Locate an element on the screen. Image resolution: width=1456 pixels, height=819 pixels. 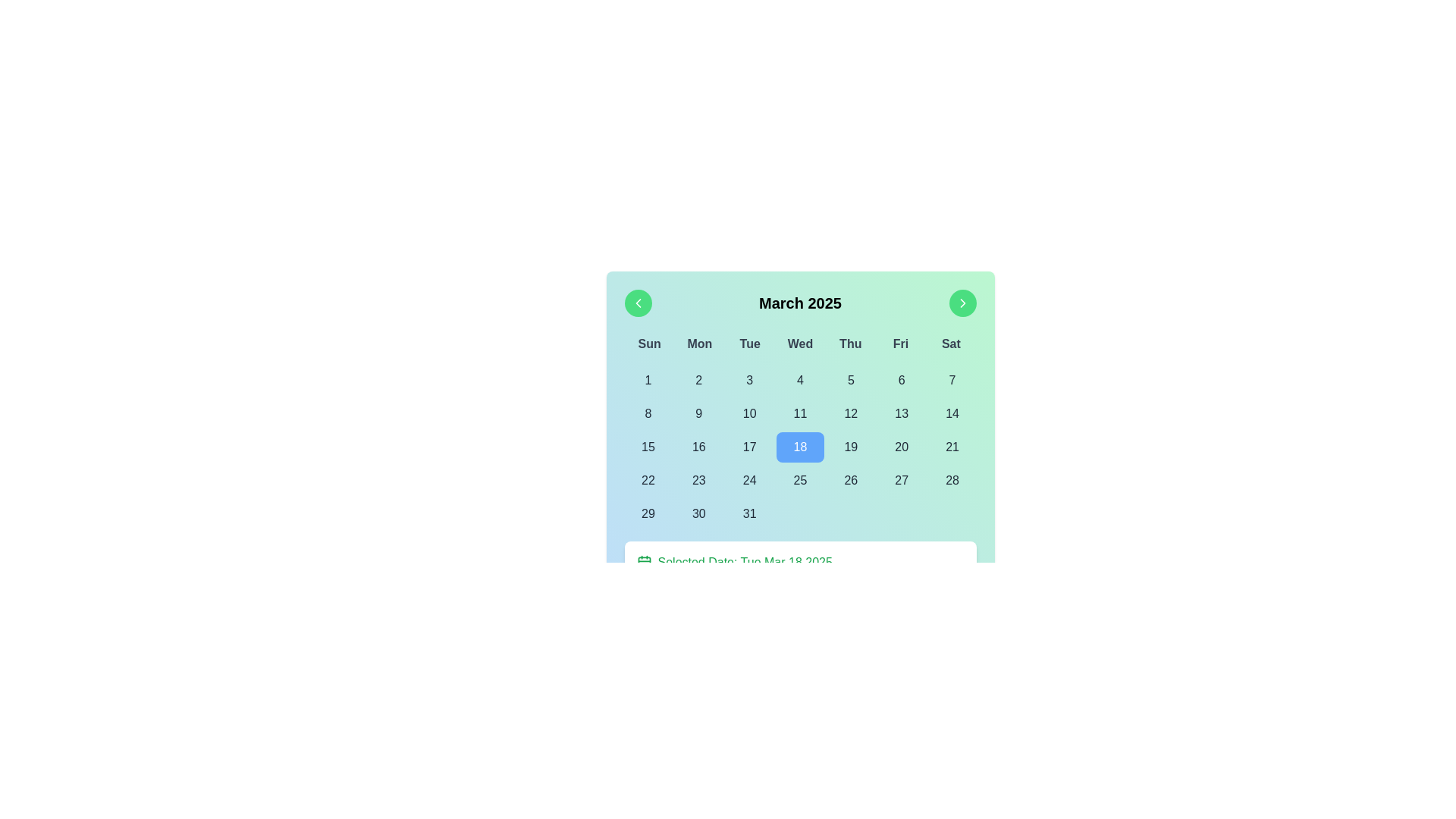
the calendar button representing Thursday is located at coordinates (851, 379).